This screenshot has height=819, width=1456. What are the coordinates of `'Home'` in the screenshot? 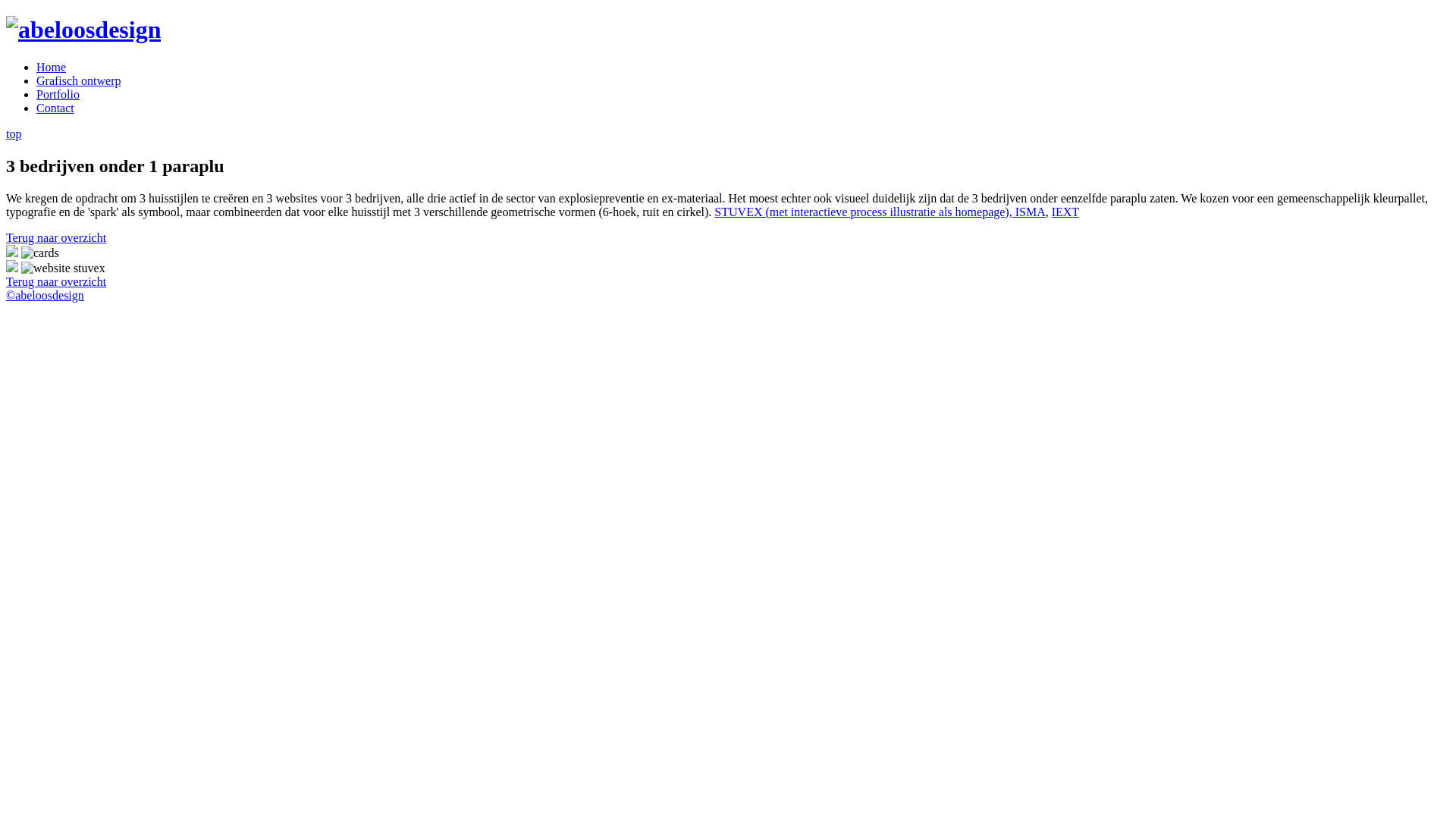 It's located at (51, 66).